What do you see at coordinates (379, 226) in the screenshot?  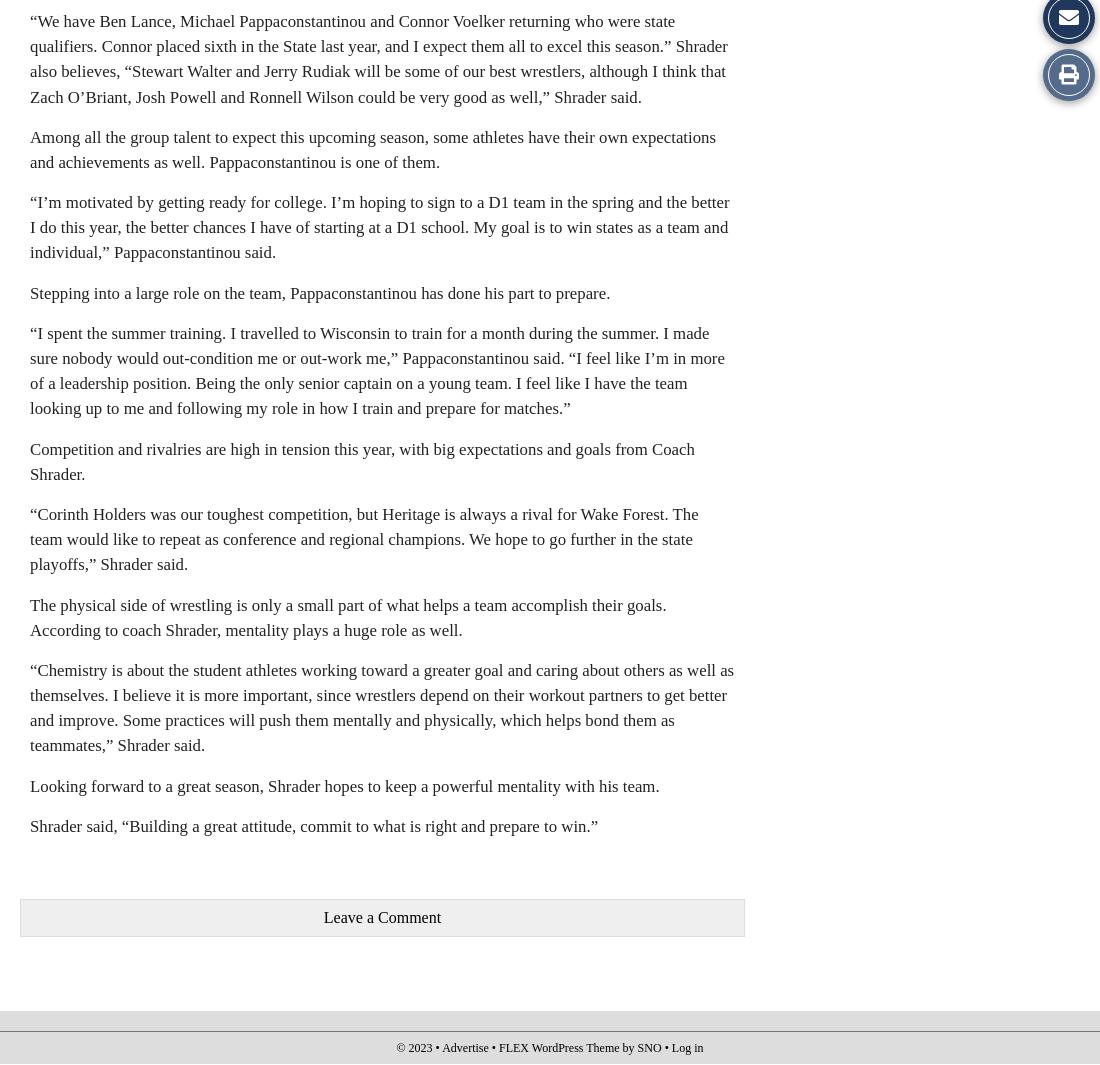 I see `'“I’m motivated by getting ready for college. I’m hoping to sign to a D1 team in the spring and the better I do this year, the better chances I have of starting at a D1 school. My goal is to win states as a team and individual,” Pappaconstantinou said.'` at bounding box center [379, 226].